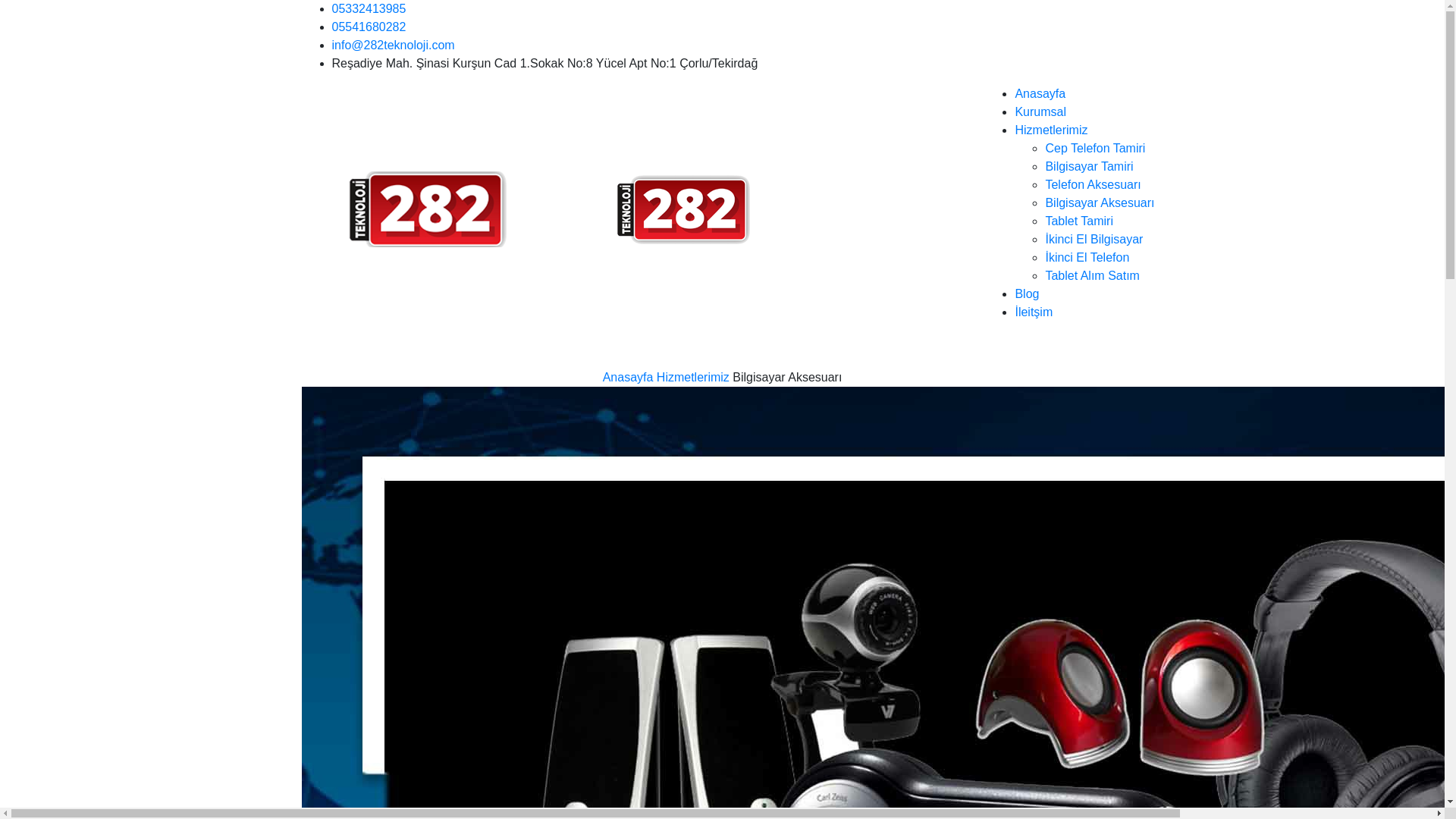  I want to click on 'Hizmetlerimiz', so click(692, 376).